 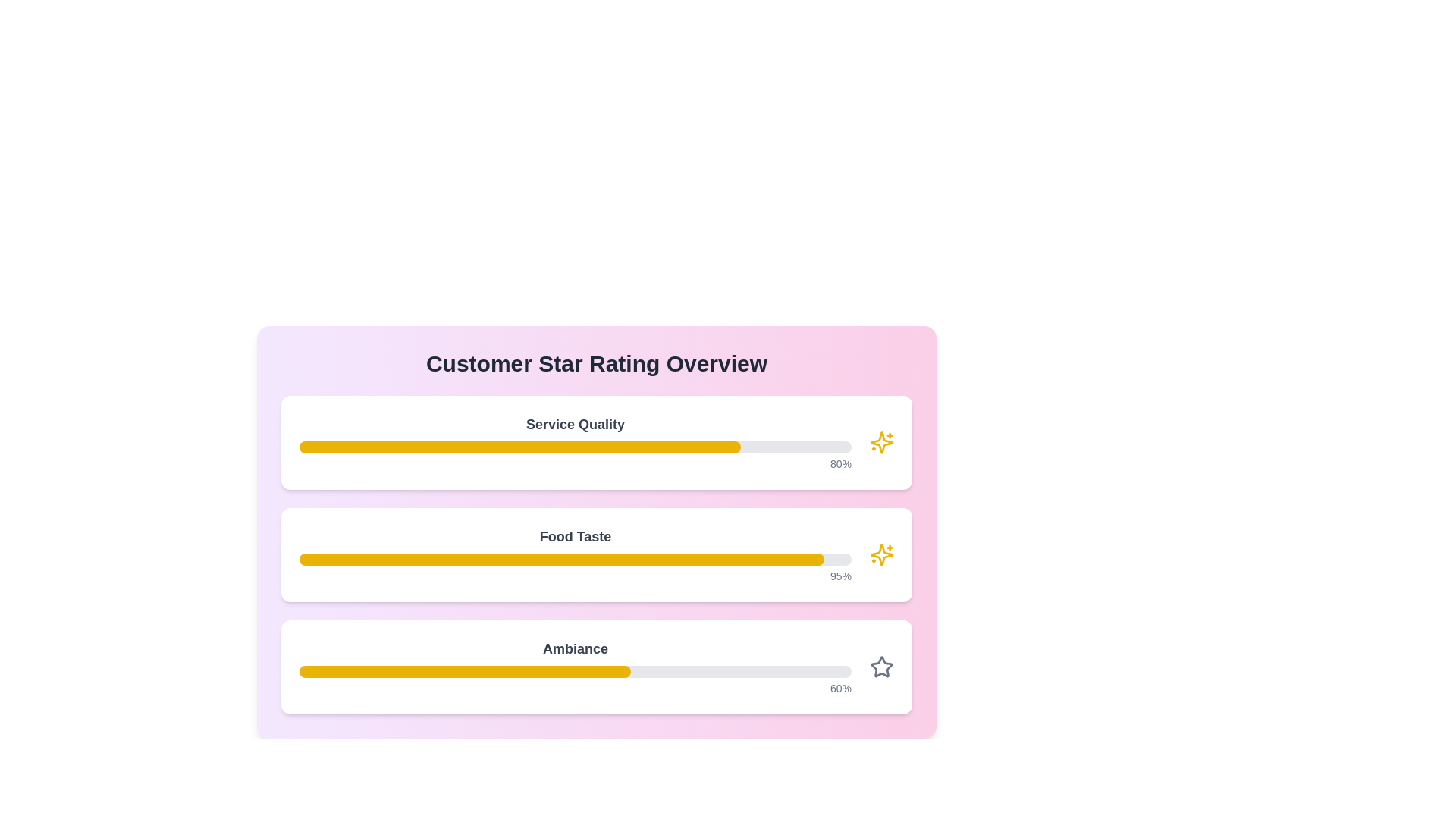 I want to click on the yellow progress indicator bar representing 60% progress for the 'Ambiance' rating in the overview panel, so click(x=464, y=671).